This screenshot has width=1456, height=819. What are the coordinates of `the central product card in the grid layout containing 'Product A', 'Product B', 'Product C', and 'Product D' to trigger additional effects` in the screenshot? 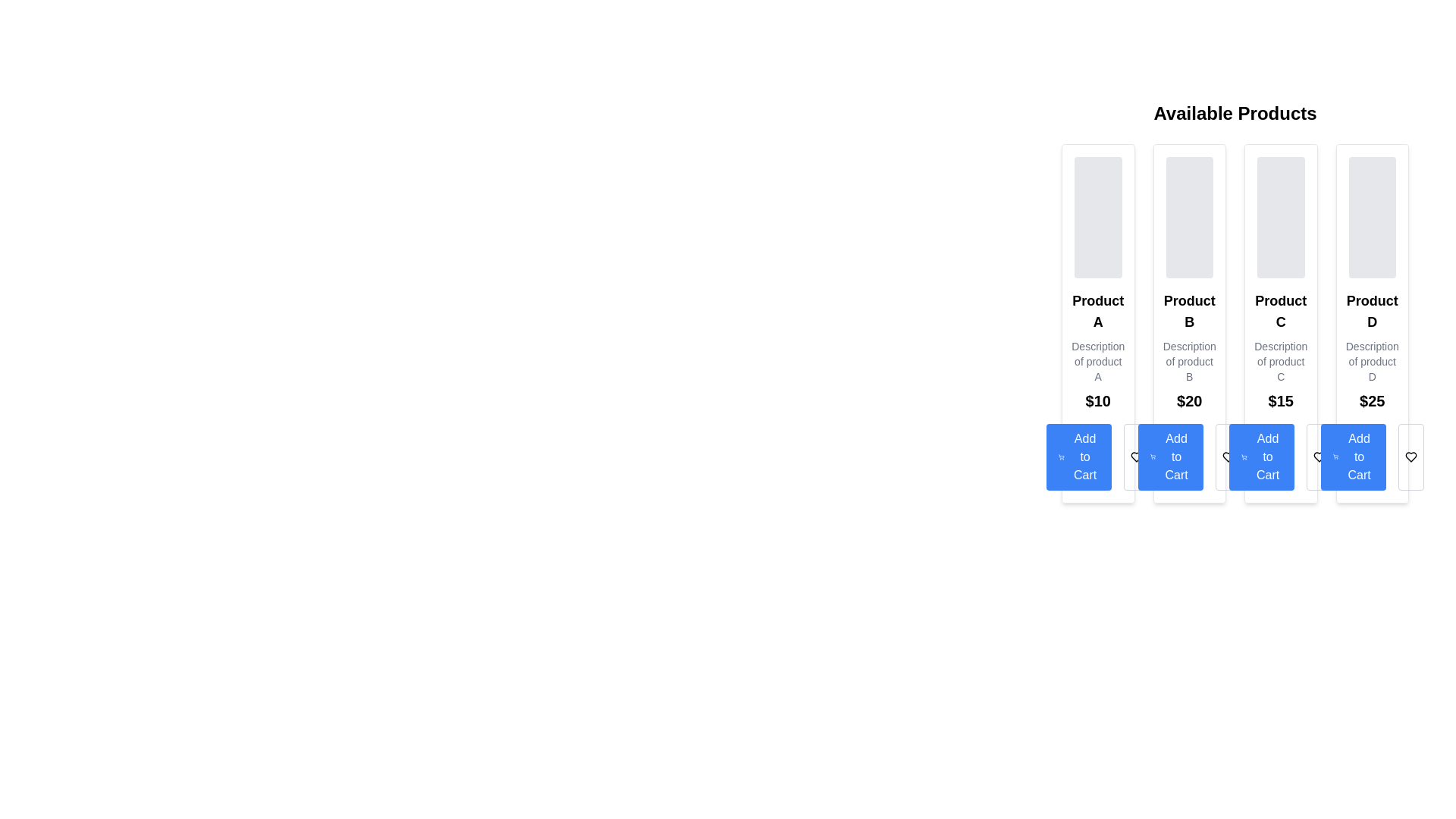 It's located at (1235, 323).